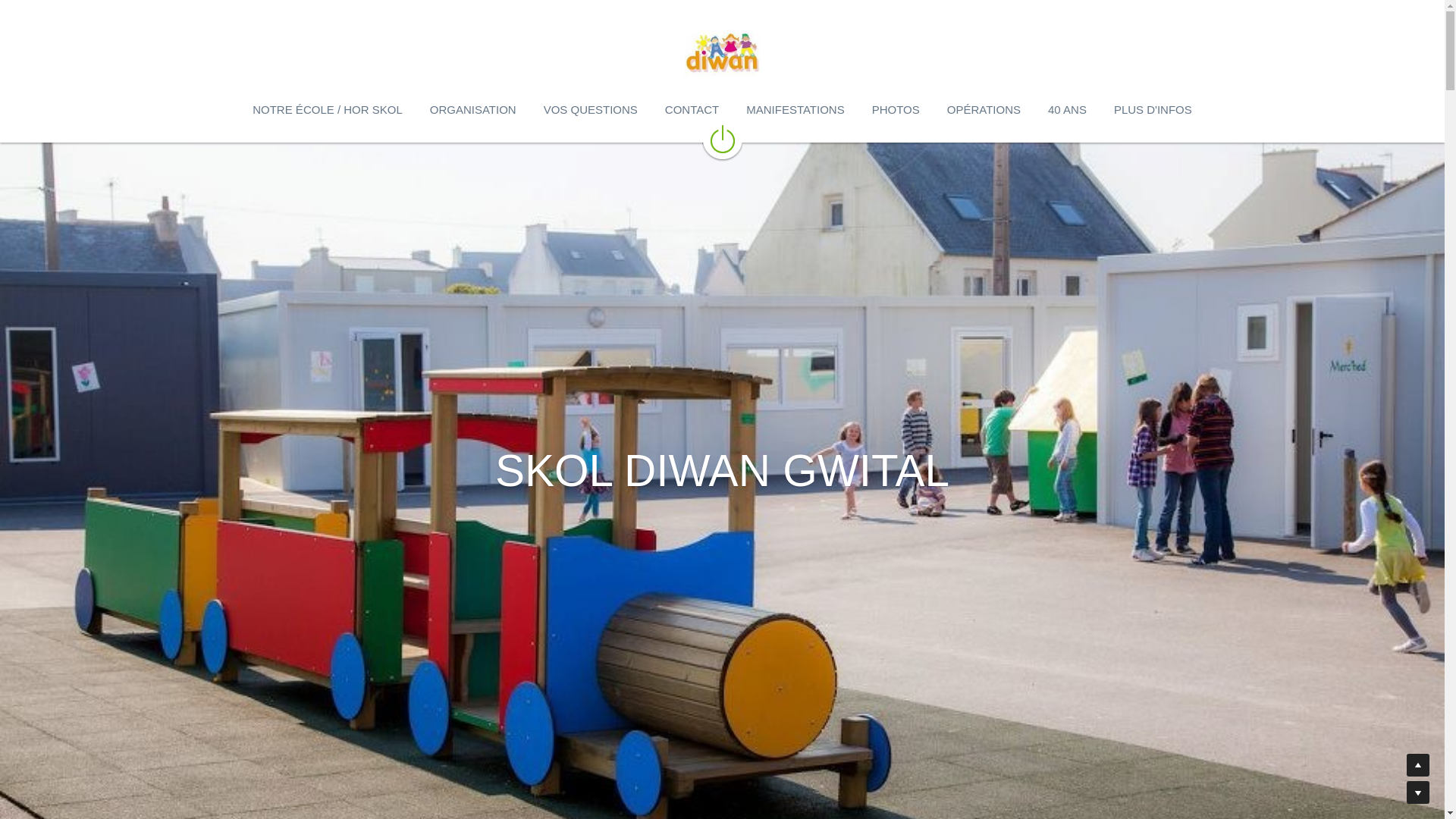 This screenshot has height=819, width=1456. What do you see at coordinates (1066, 109) in the screenshot?
I see `'40 ANS'` at bounding box center [1066, 109].